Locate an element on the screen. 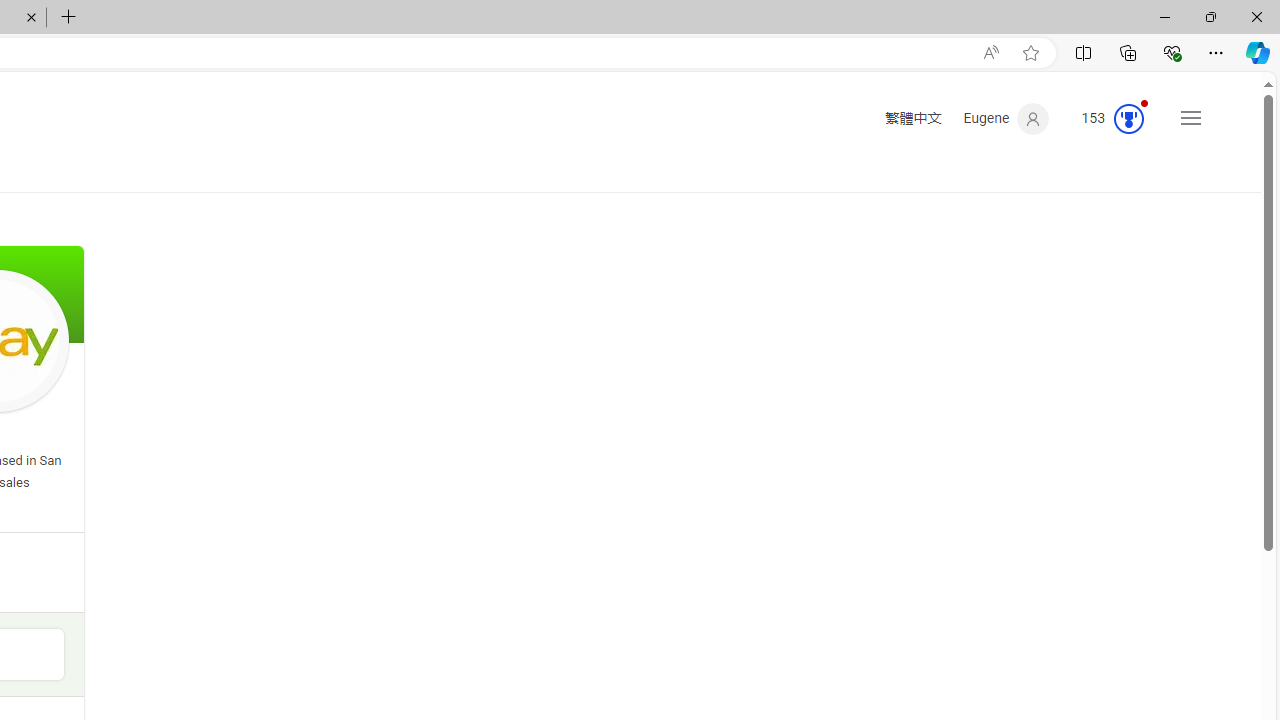 This screenshot has height=720, width=1280. 'Eugene' is located at coordinates (1006, 119).